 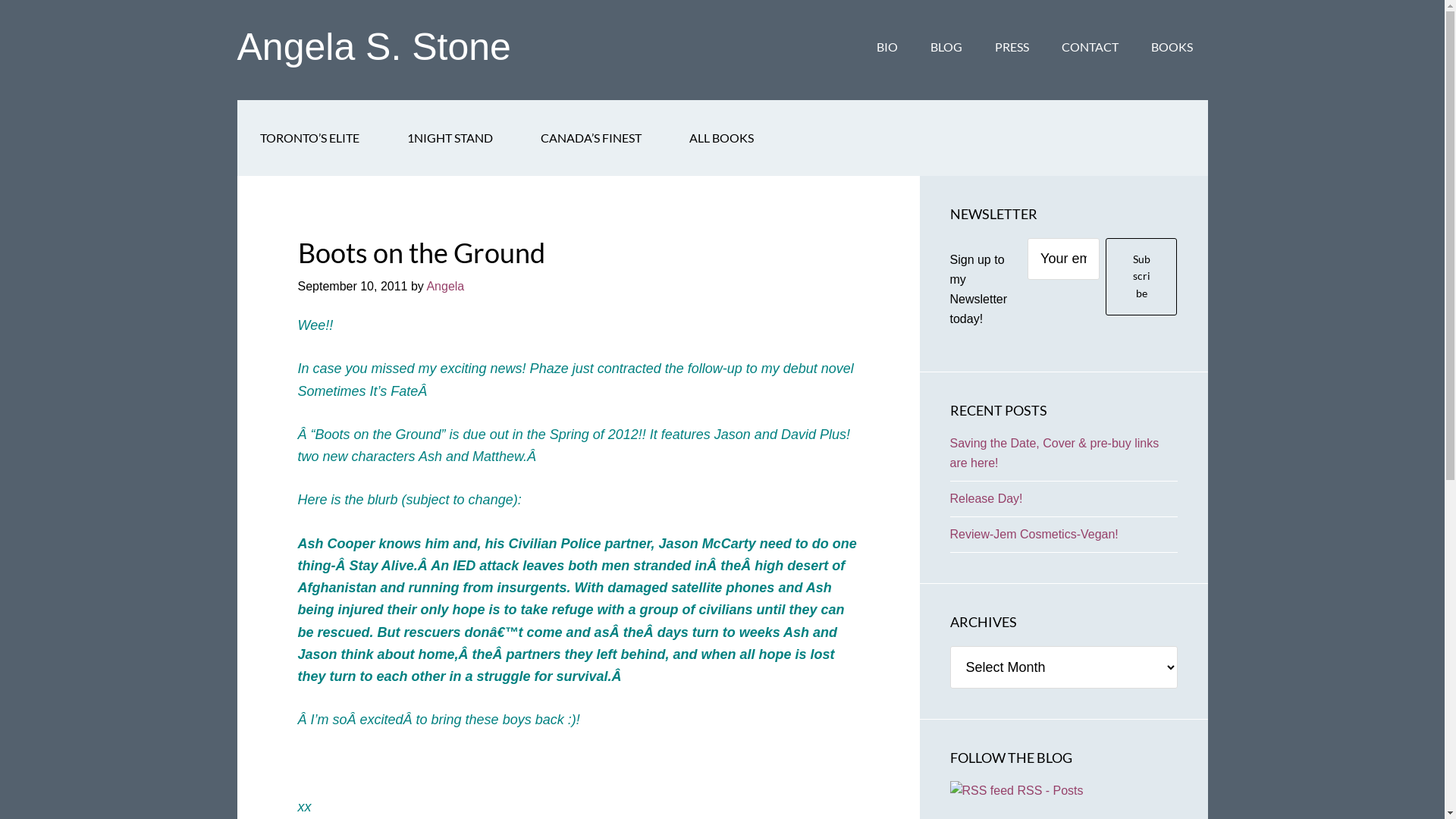 What do you see at coordinates (448, 137) in the screenshot?
I see `'1NIGHT STAND'` at bounding box center [448, 137].